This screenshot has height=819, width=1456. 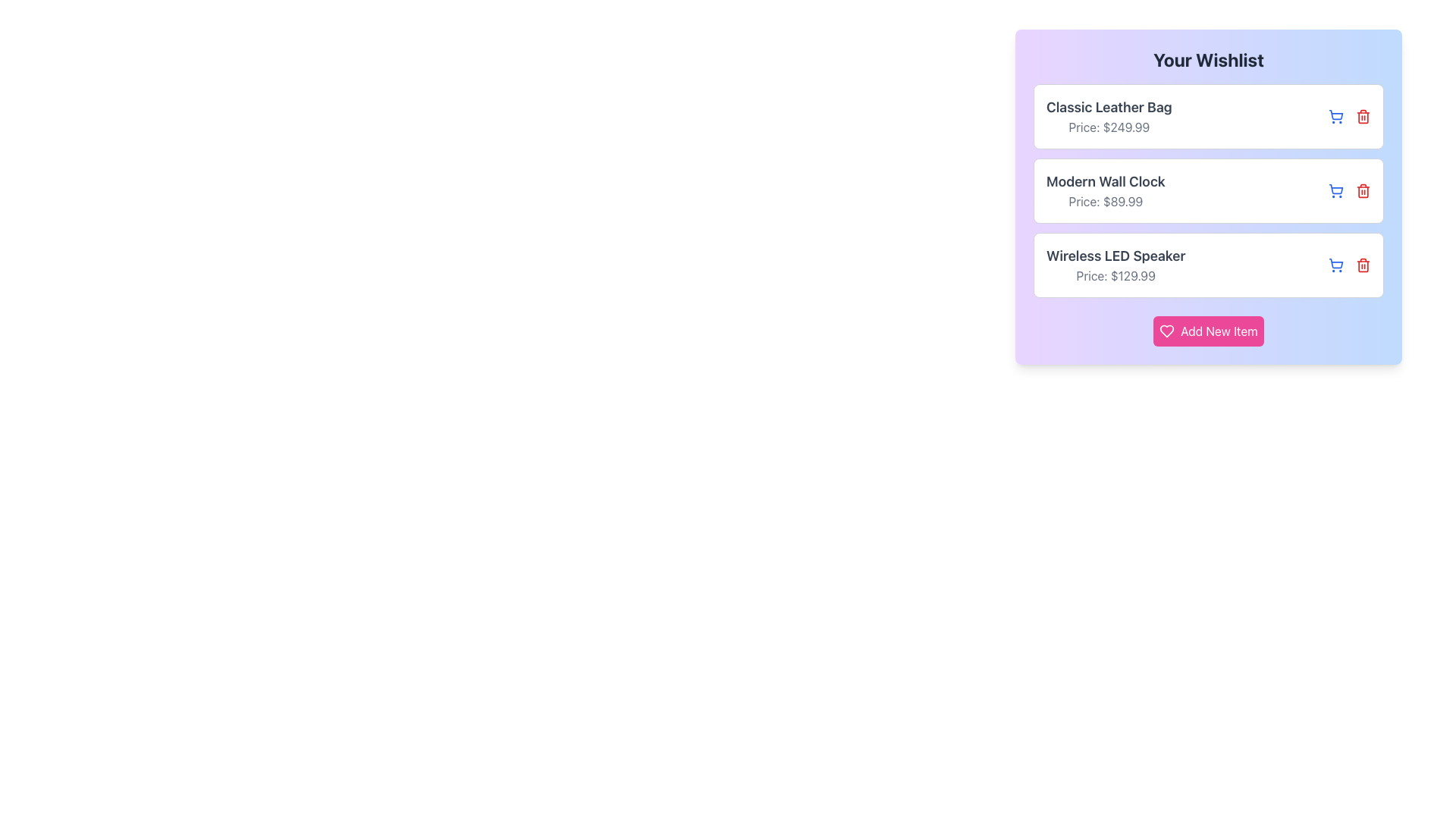 I want to click on title of the product 'Classic Leather Bag' displayed in the Text Label located at the top of the first item in the 'Your Wishlist' section, so click(x=1109, y=107).